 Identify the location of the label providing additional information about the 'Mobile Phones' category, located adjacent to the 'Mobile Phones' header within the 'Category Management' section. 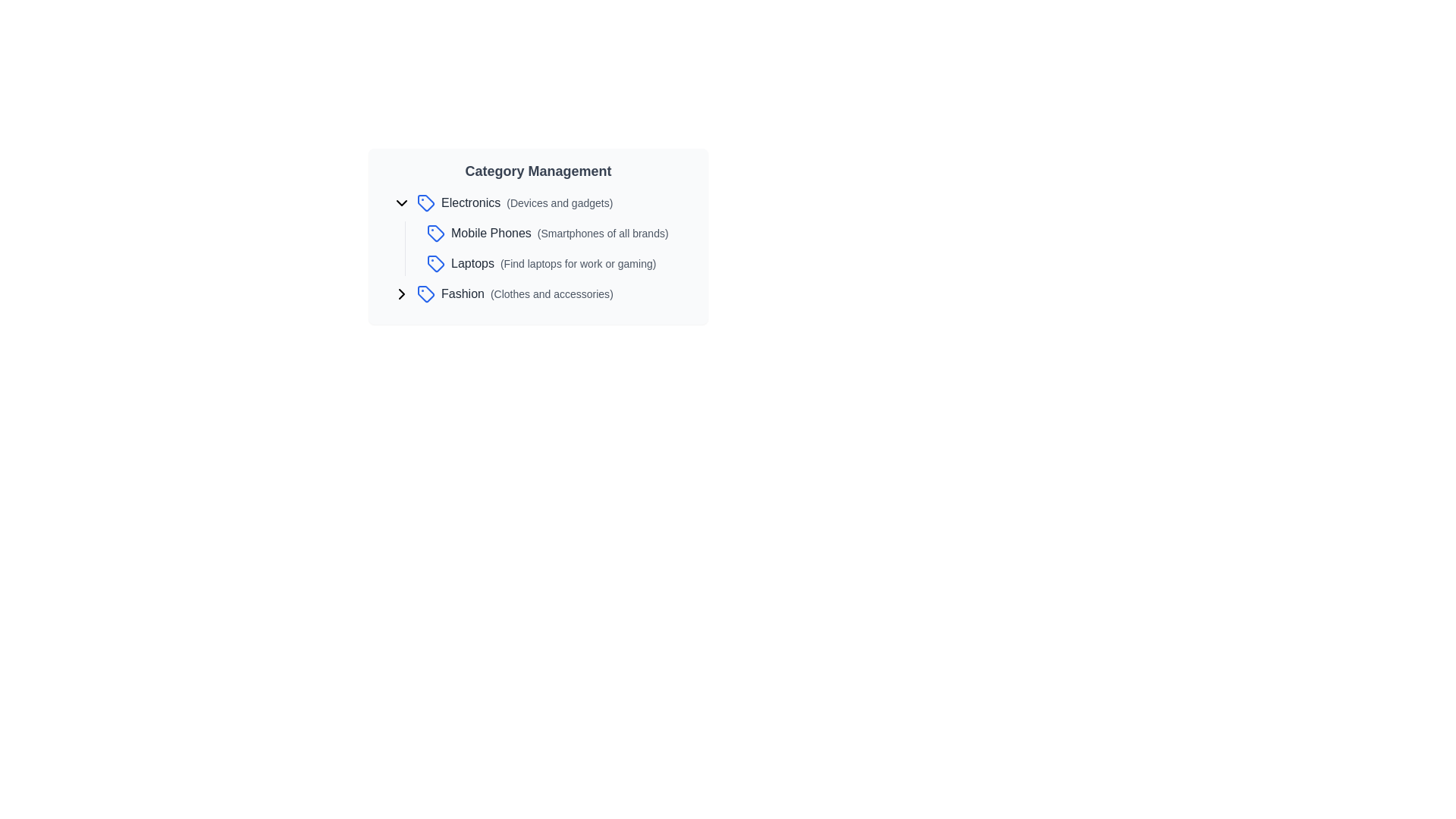
(602, 234).